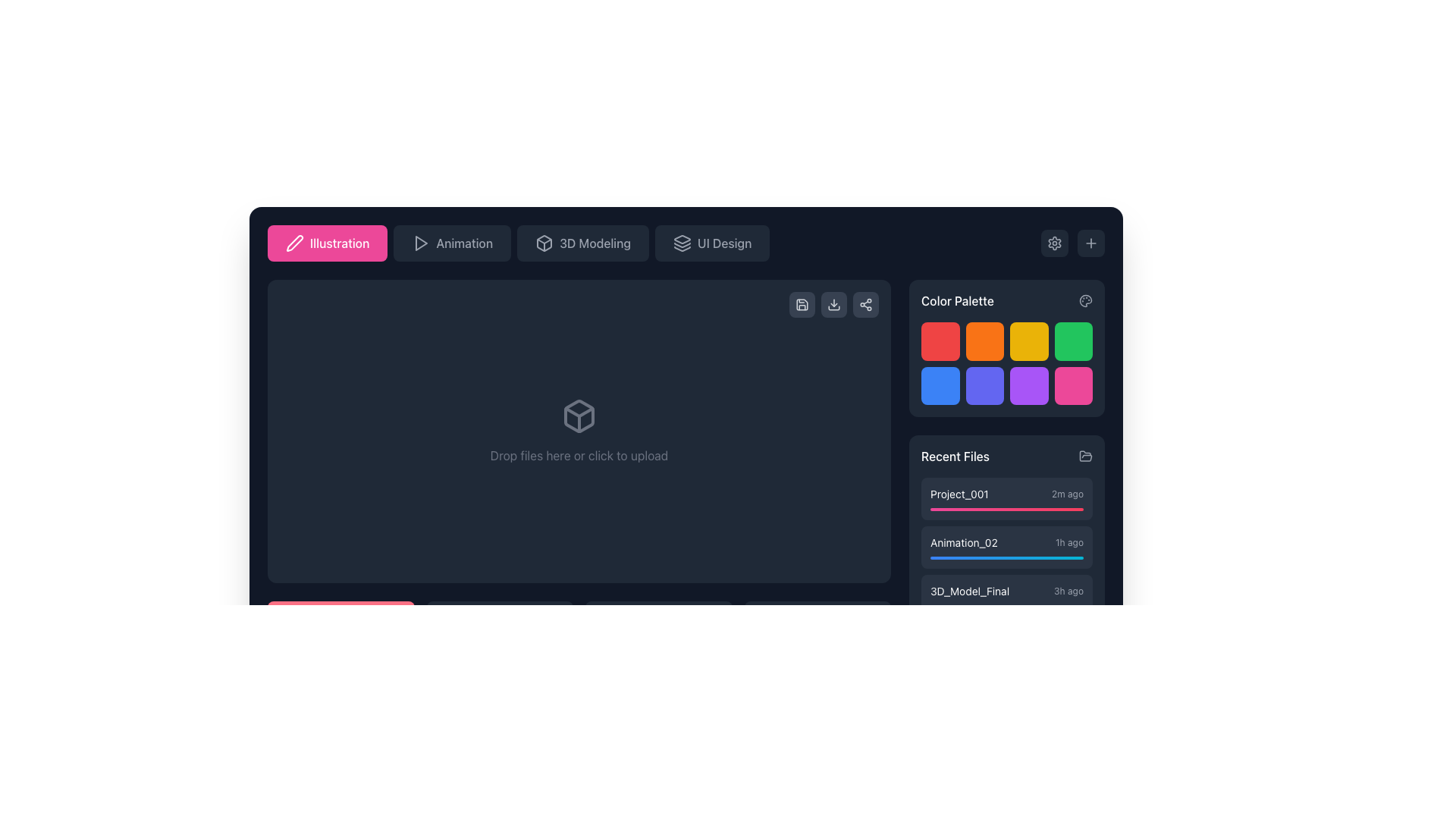 The image size is (1456, 819). I want to click on the fourth button from the left in the horizontal menu bar, so click(711, 242).